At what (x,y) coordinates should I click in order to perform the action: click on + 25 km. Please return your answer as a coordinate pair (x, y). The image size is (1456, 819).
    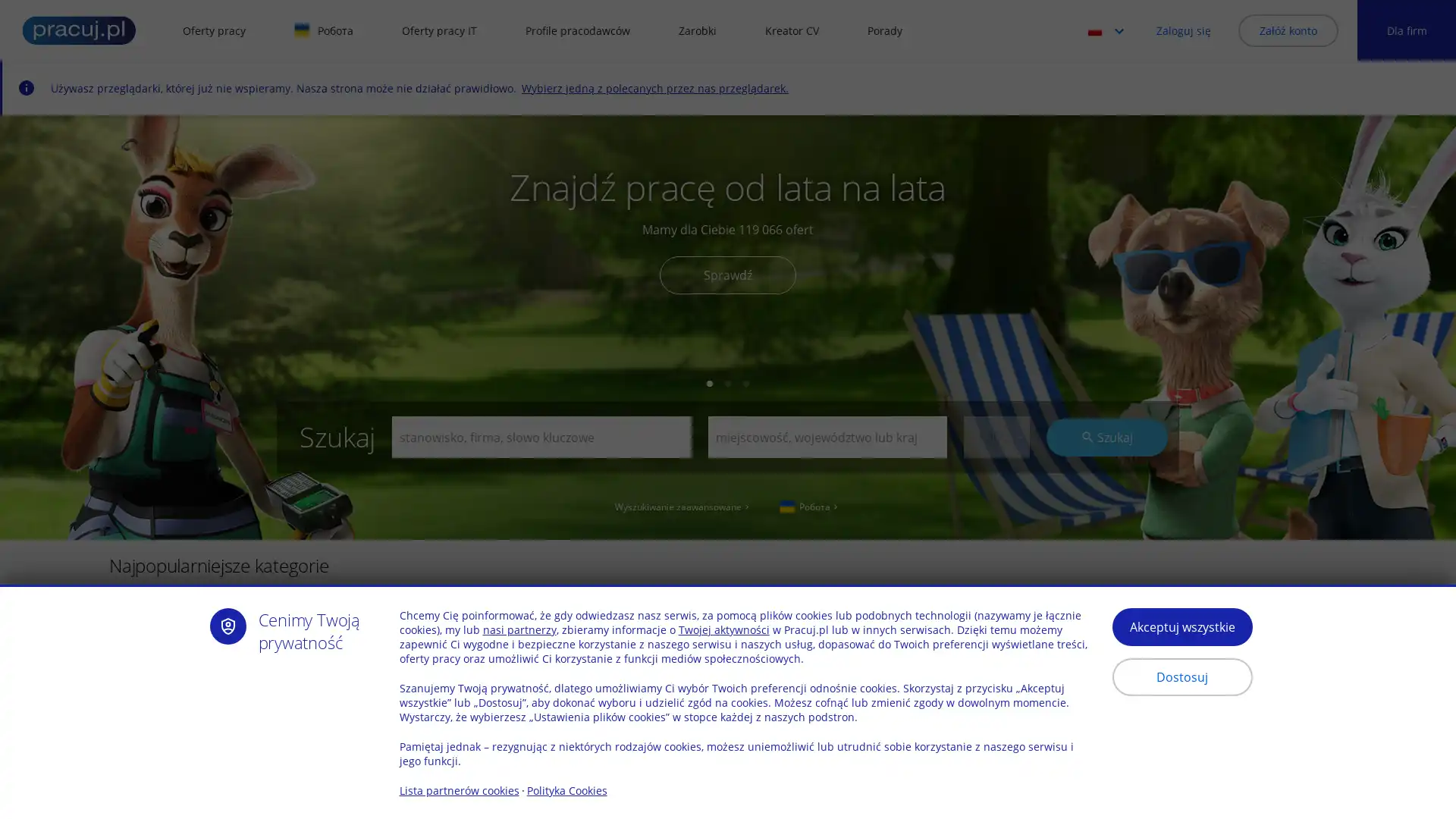
    Looking at the image, I should click on (996, 582).